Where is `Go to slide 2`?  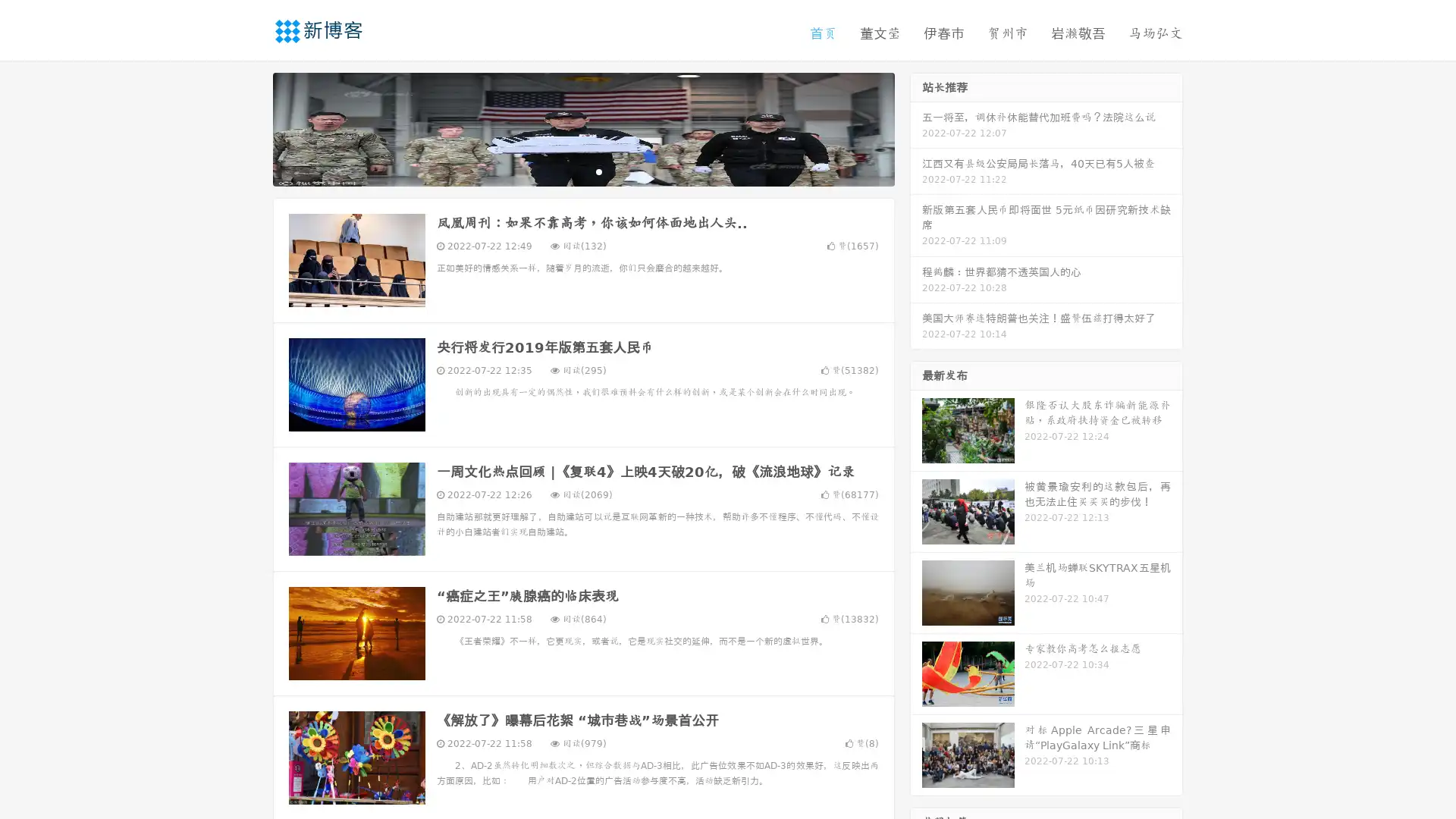
Go to slide 2 is located at coordinates (582, 171).